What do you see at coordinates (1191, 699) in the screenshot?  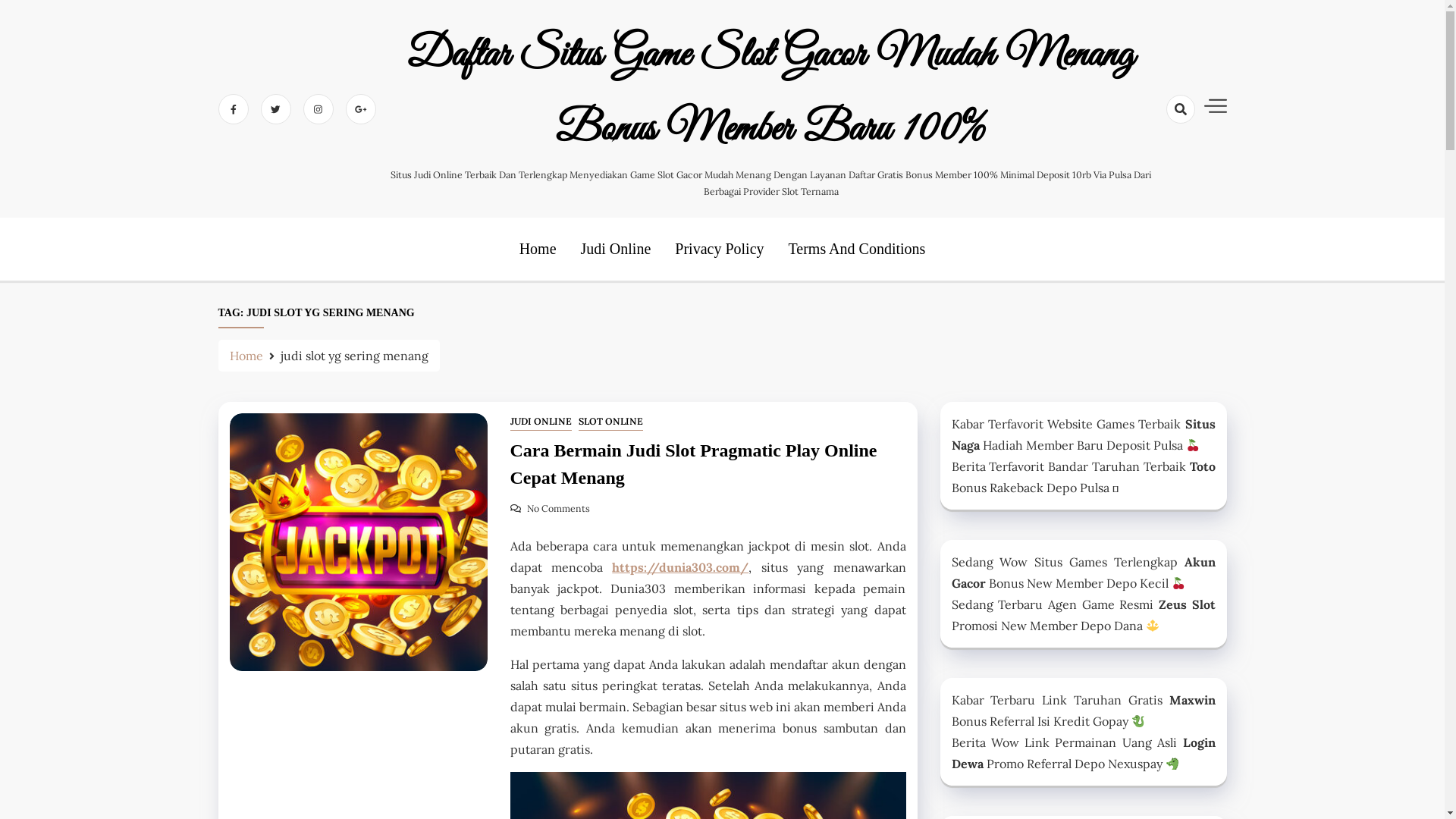 I see `'Maxwin'` at bounding box center [1191, 699].